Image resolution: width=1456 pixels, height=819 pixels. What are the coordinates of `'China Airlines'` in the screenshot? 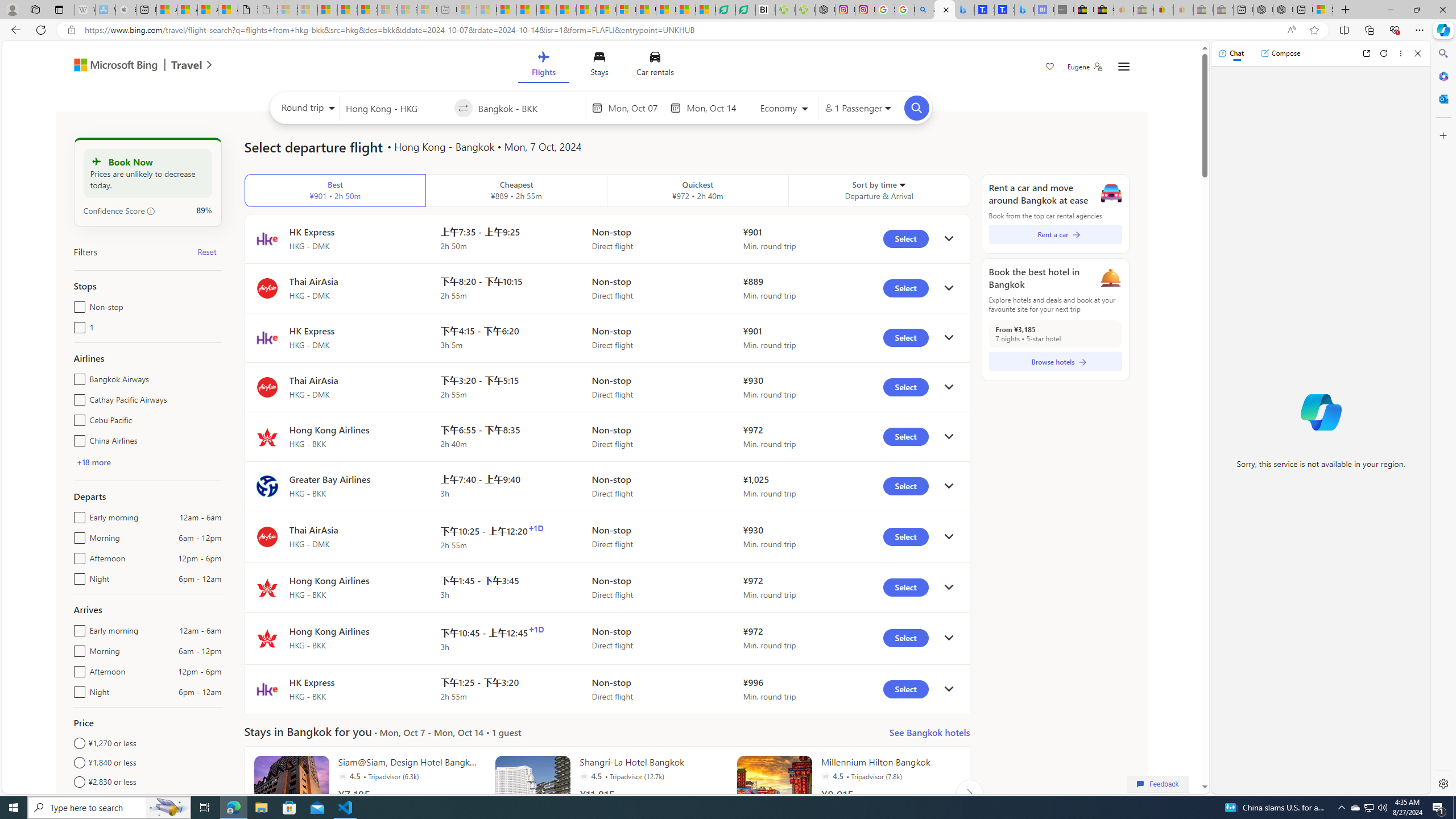 It's located at (76, 438).